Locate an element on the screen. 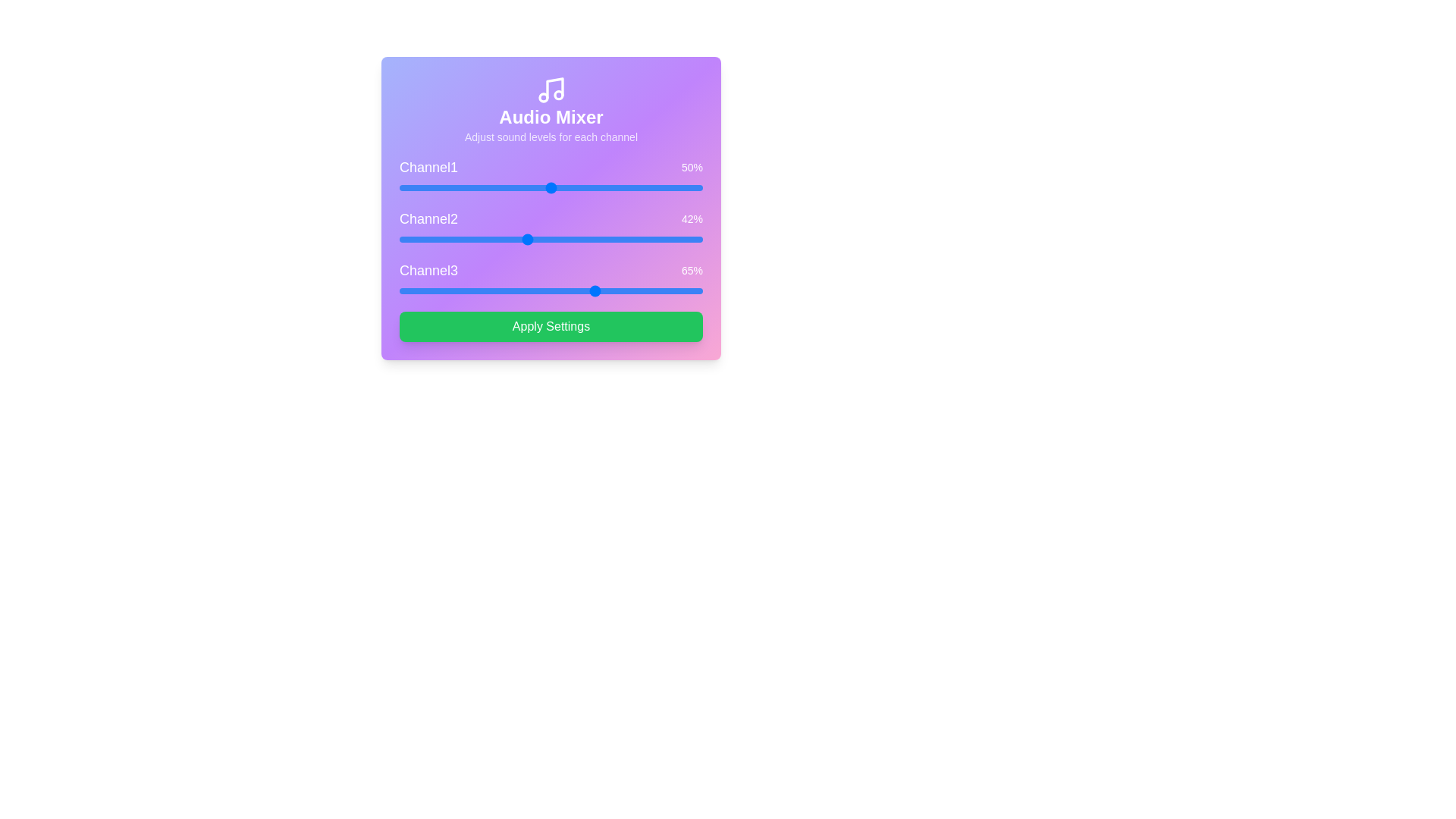 The image size is (1456, 819). the volume of 2 to 0% is located at coordinates (400, 239).